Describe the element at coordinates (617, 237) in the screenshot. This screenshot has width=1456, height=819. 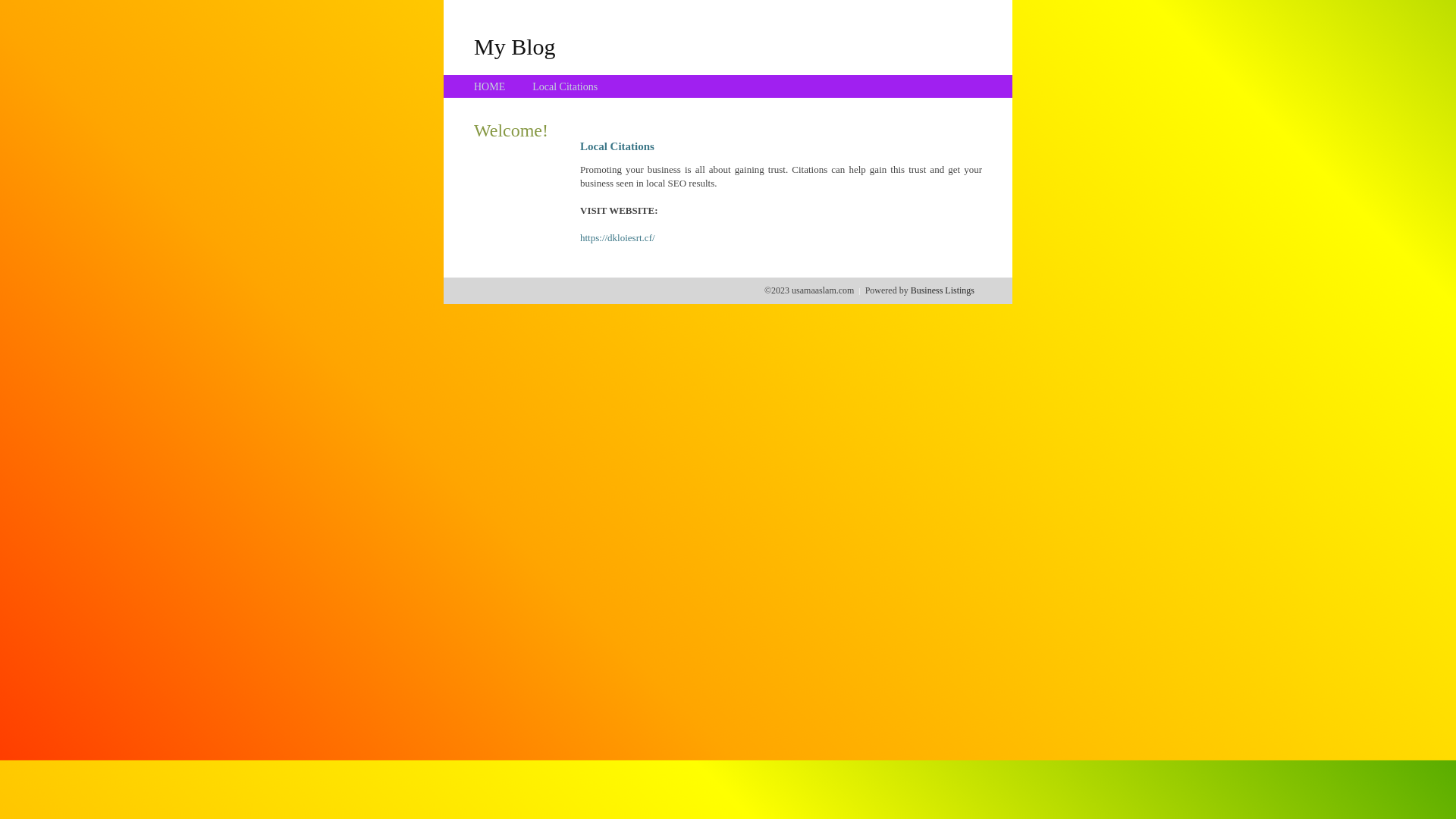
I see `'https://dkloiesrt.cf/'` at that location.